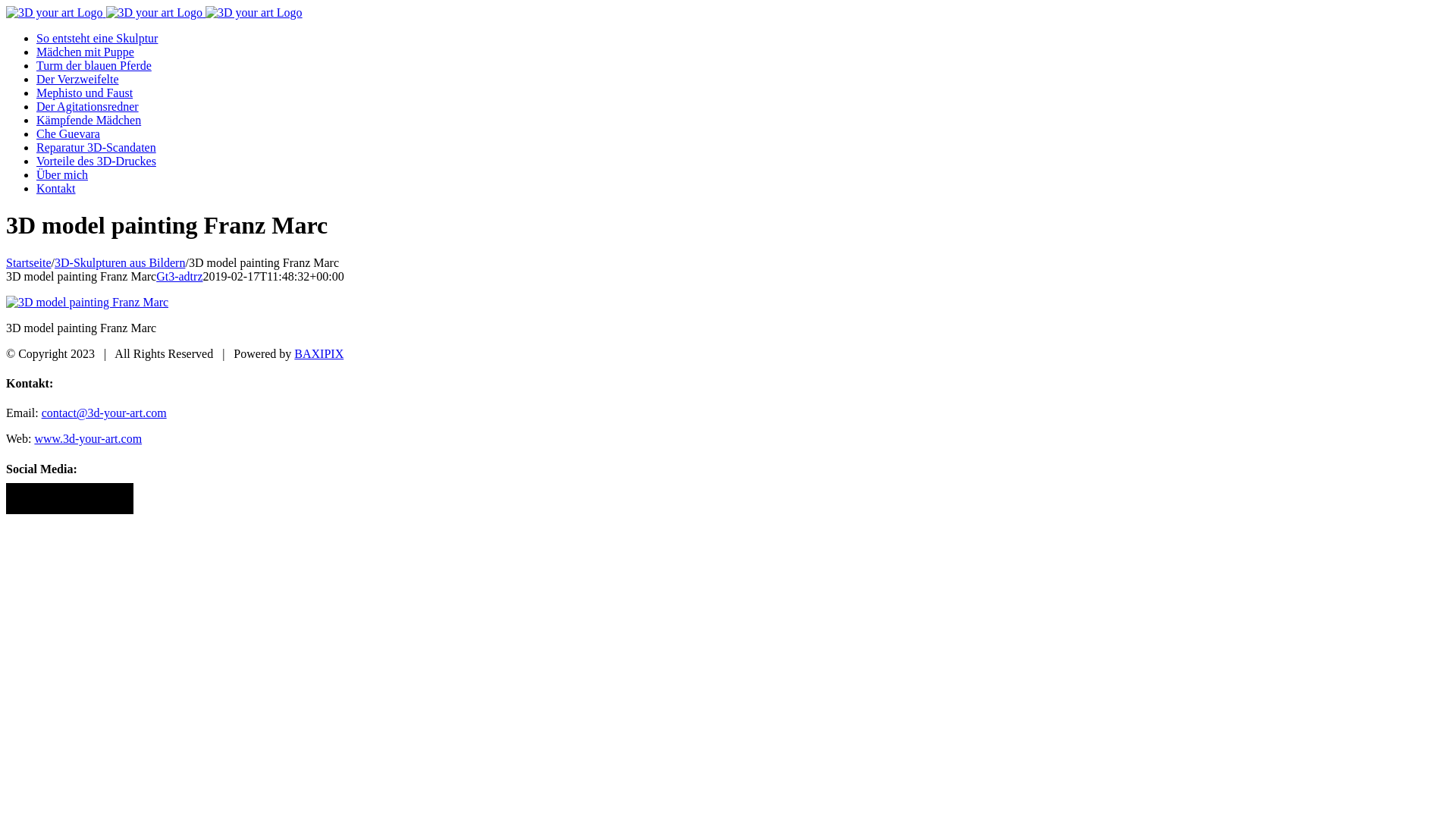  What do you see at coordinates (86, 498) in the screenshot?
I see `'YouTube'` at bounding box center [86, 498].